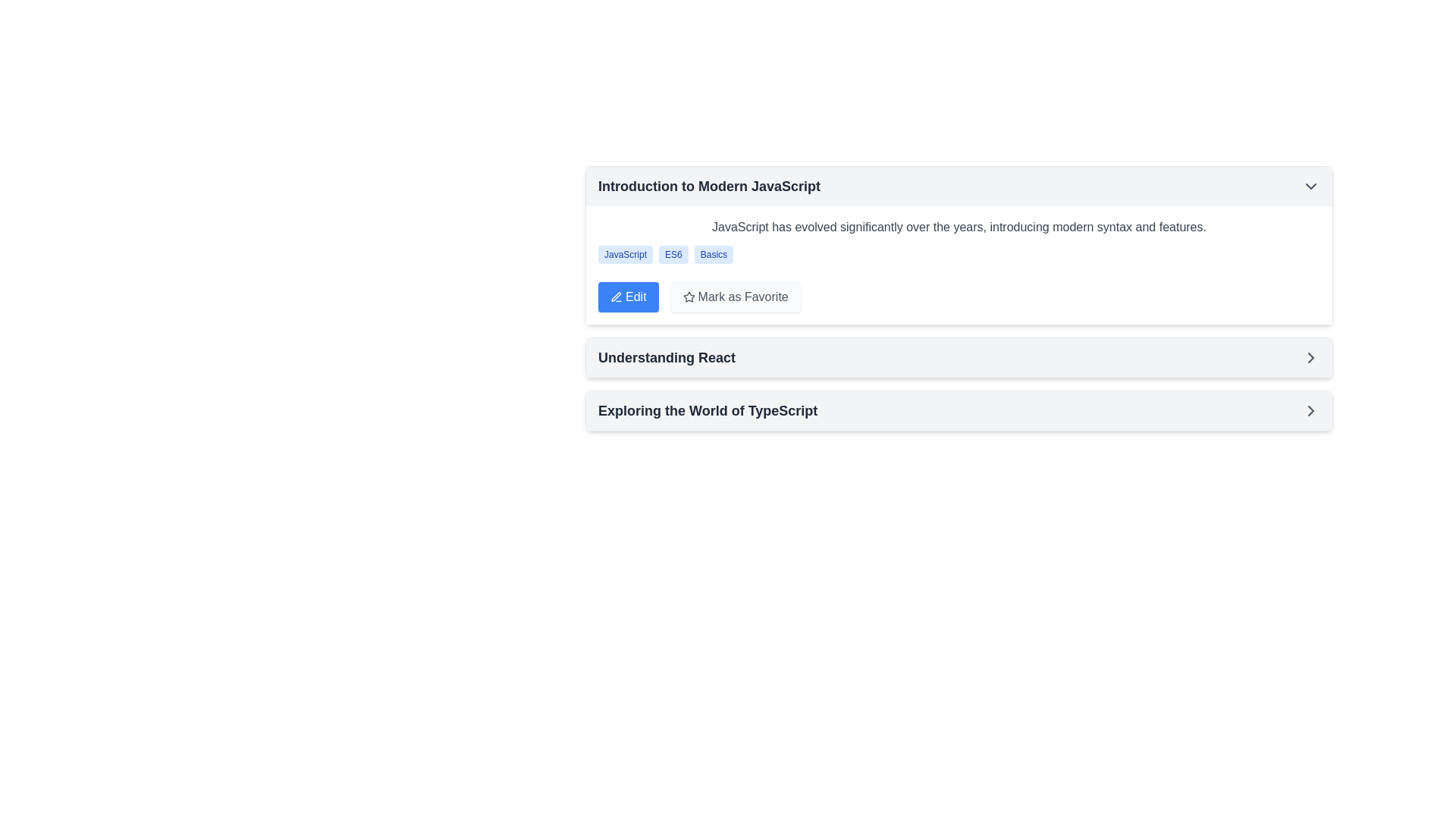  What do you see at coordinates (626, 253) in the screenshot?
I see `the text content of the tag labeled 'JavaScript', which is a small rounded rectangular element with a light blue background and dark blue text, positioned under the heading 'Introduction to Modern JavaScript'` at bounding box center [626, 253].